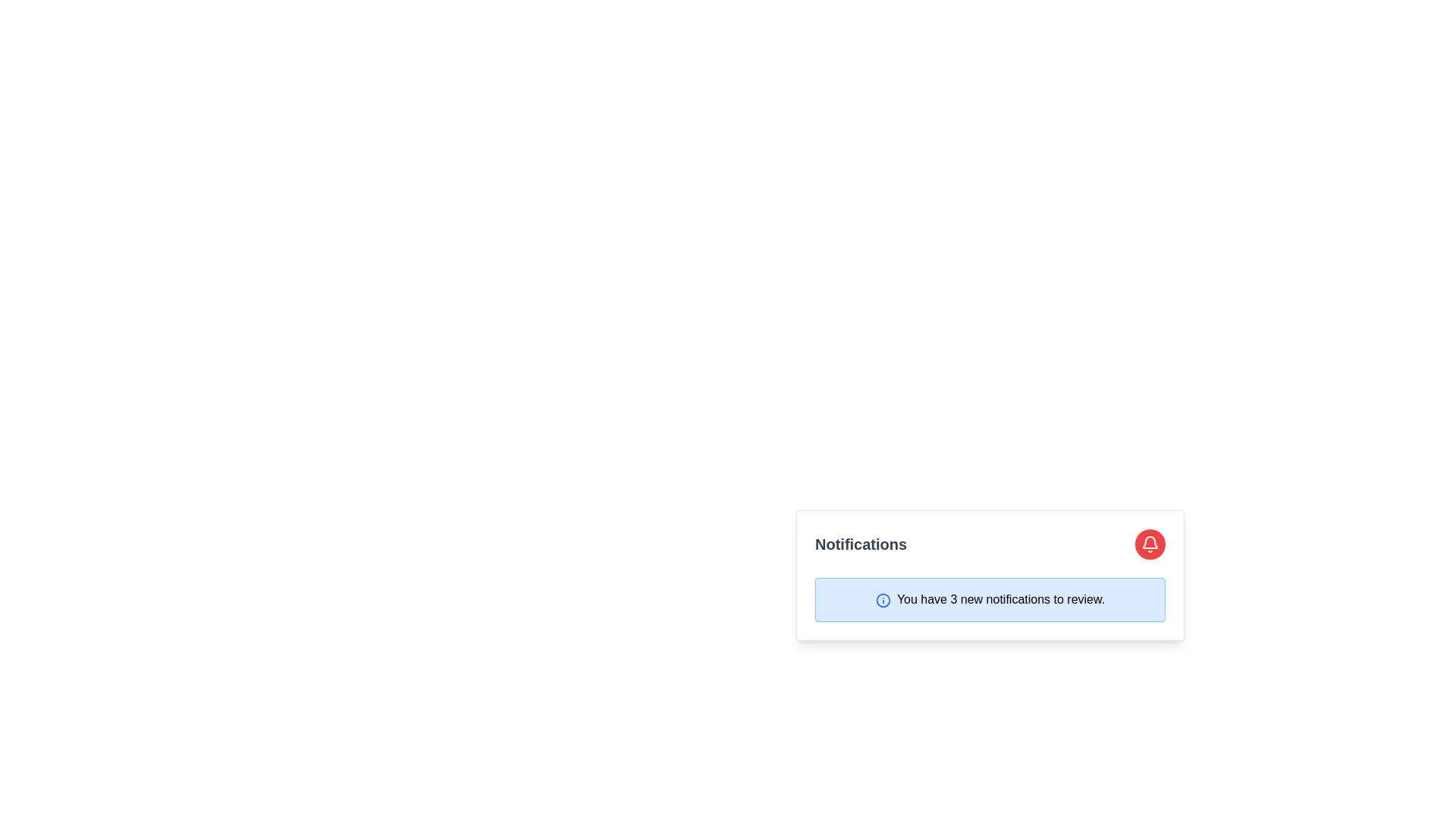  I want to click on text 'Notifications' displayed in a large bold font at the top-left corner of the notification card interface, so click(861, 543).